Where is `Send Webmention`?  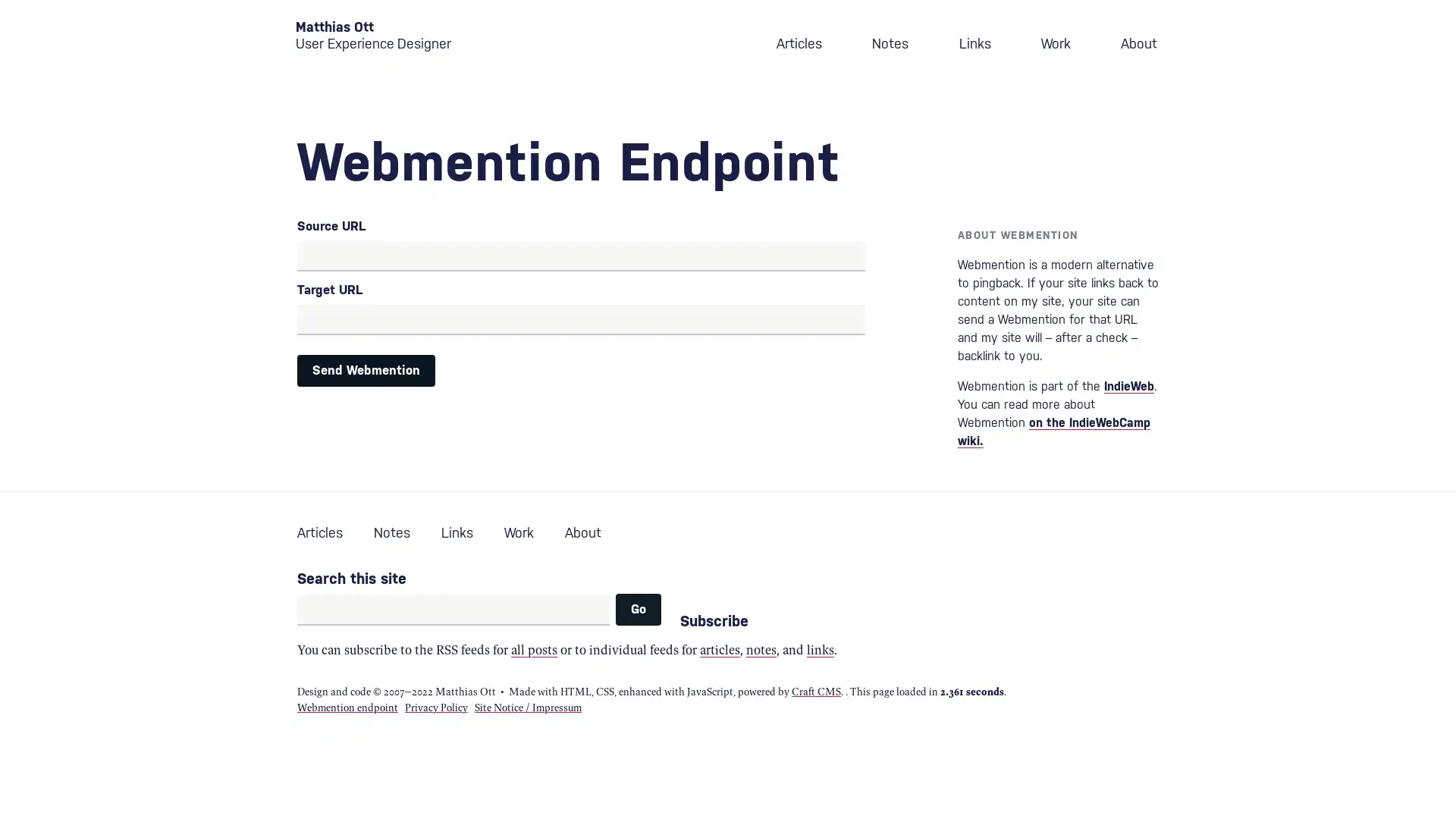
Send Webmention is located at coordinates (366, 371).